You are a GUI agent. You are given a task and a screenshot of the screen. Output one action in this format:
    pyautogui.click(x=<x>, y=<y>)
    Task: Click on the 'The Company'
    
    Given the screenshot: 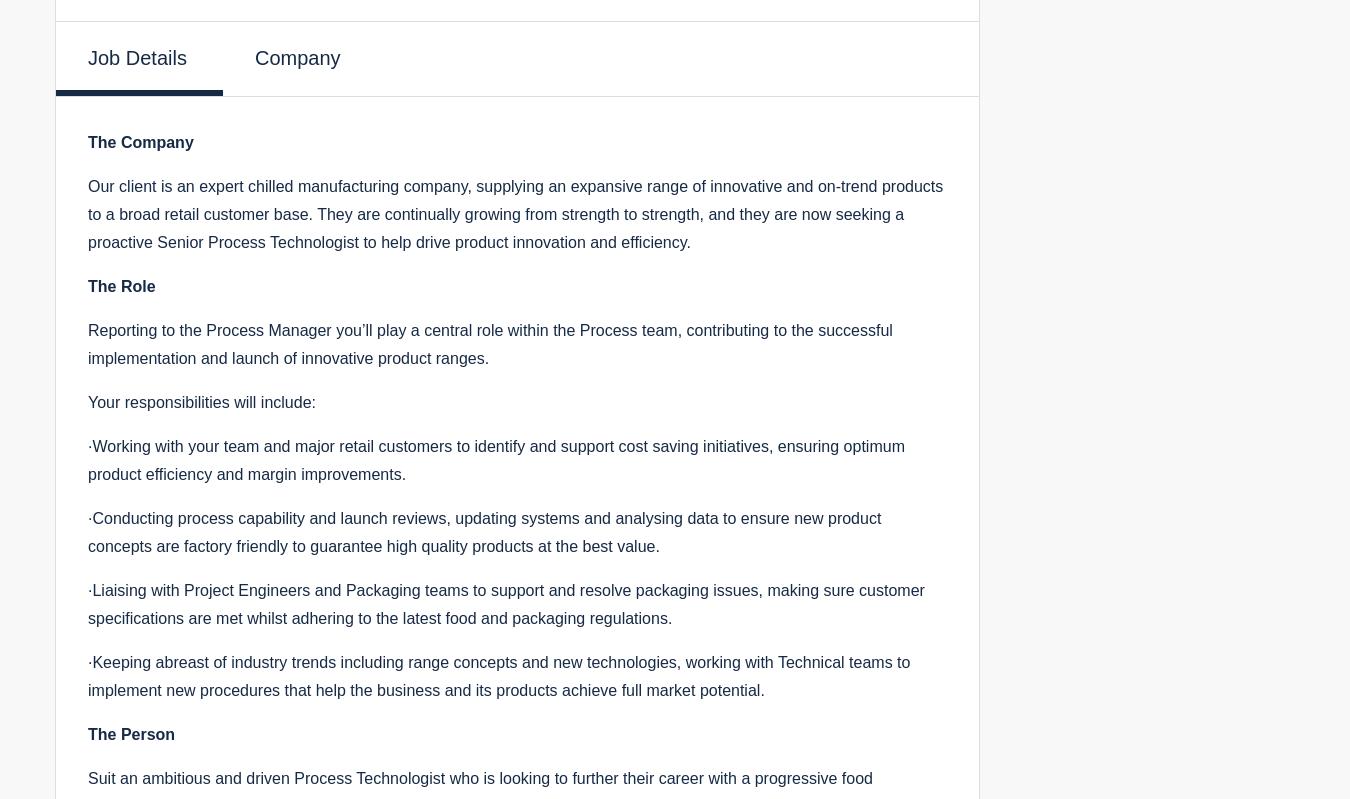 What is the action you would take?
    pyautogui.click(x=140, y=141)
    